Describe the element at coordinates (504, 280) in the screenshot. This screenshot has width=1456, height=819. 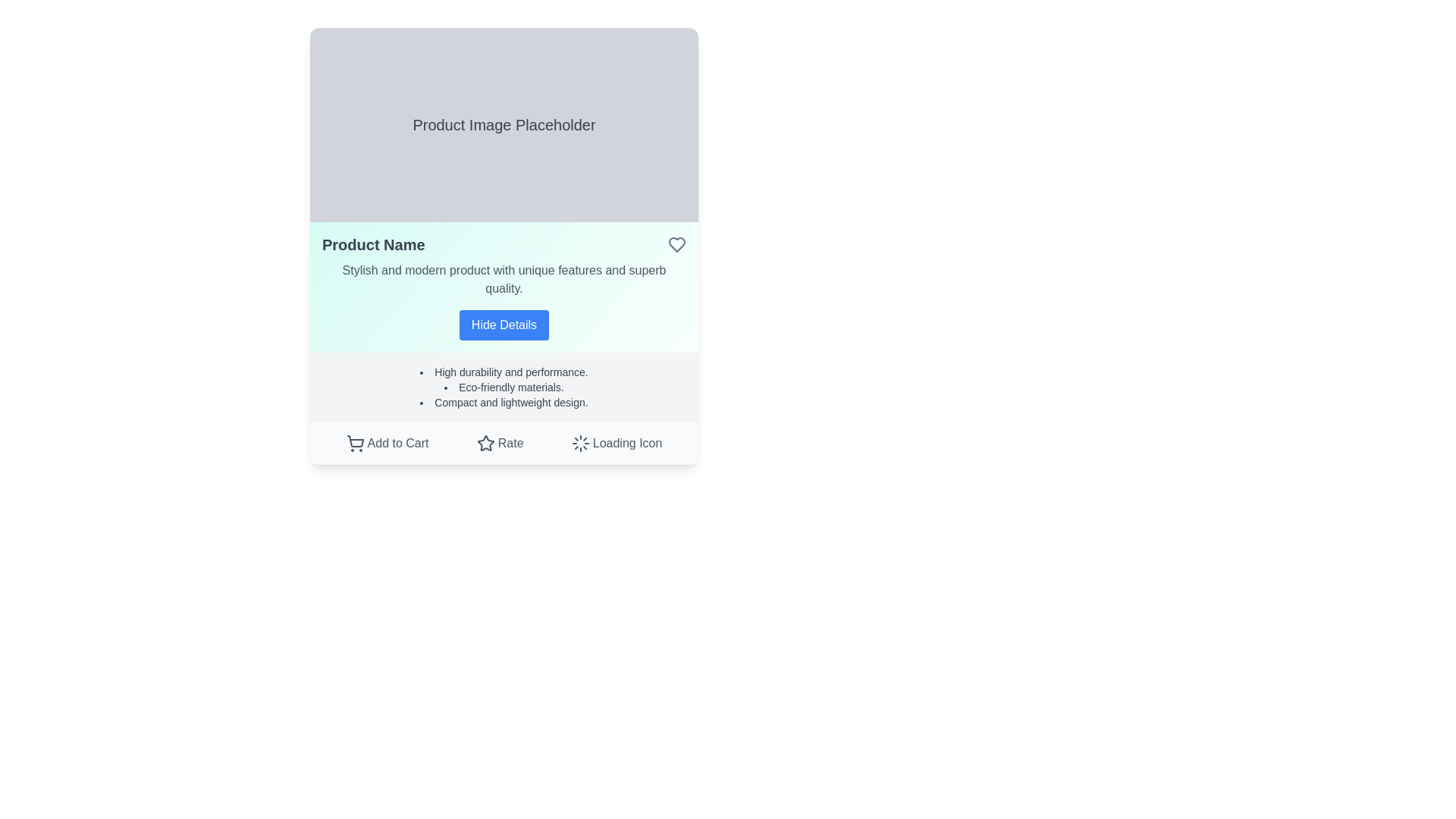
I see `the descriptive text element located directly below the 'Product Name' title and above the 'Hide Details' button` at that location.